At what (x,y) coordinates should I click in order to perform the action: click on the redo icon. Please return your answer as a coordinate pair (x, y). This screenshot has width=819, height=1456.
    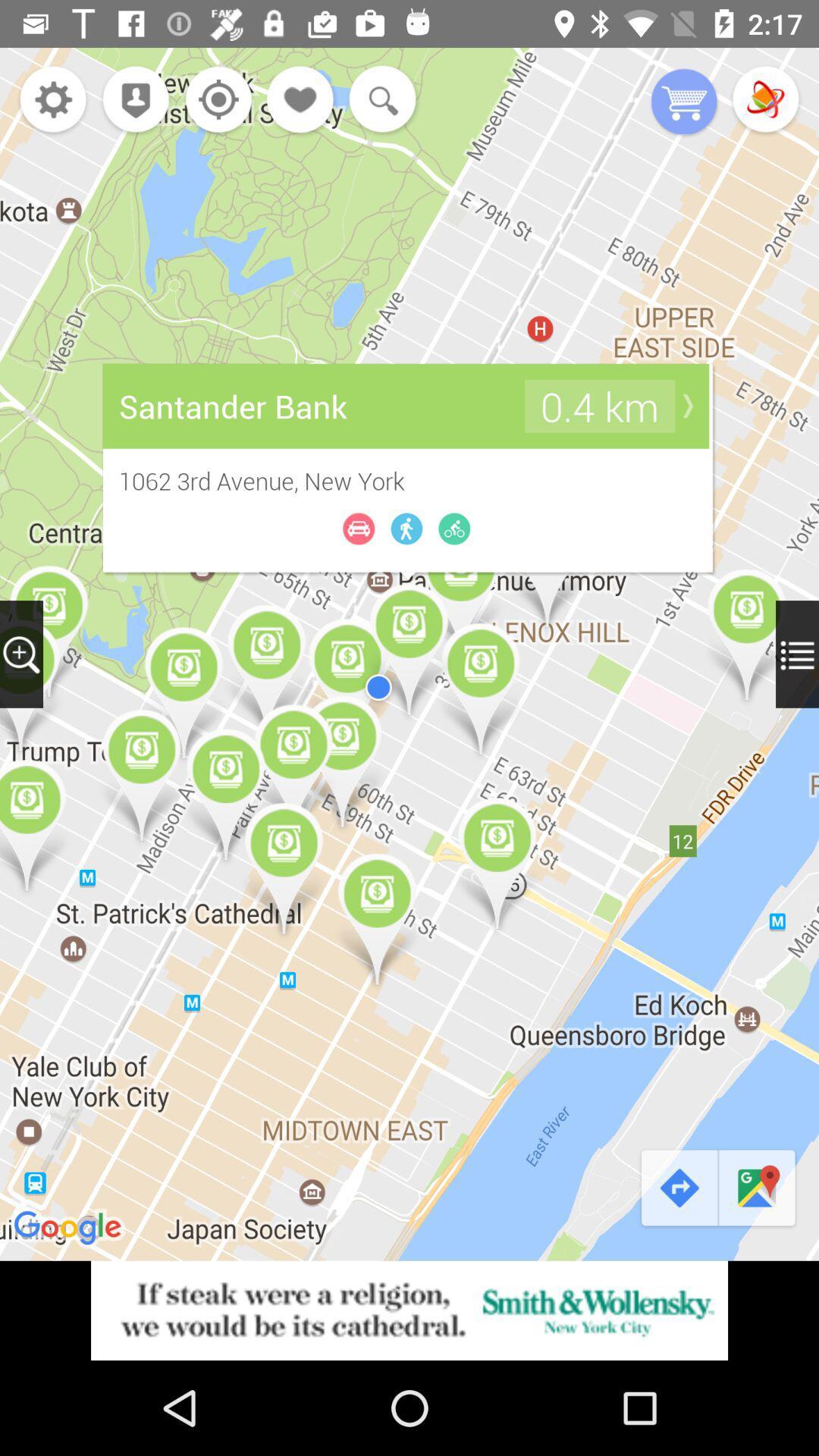
    Looking at the image, I should click on (677, 1188).